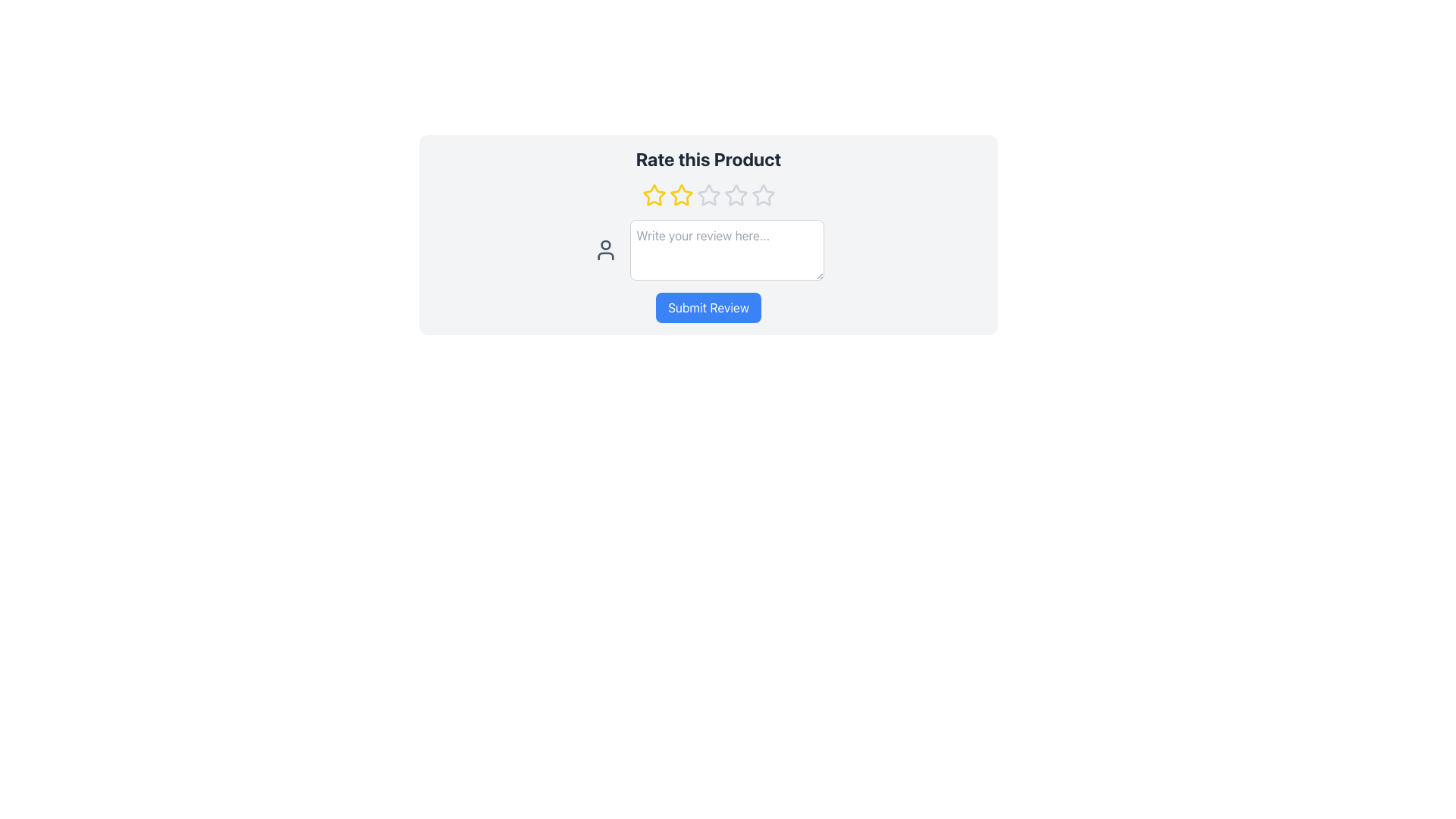  I want to click on the first yellow star icon in the rating section, so click(654, 195).